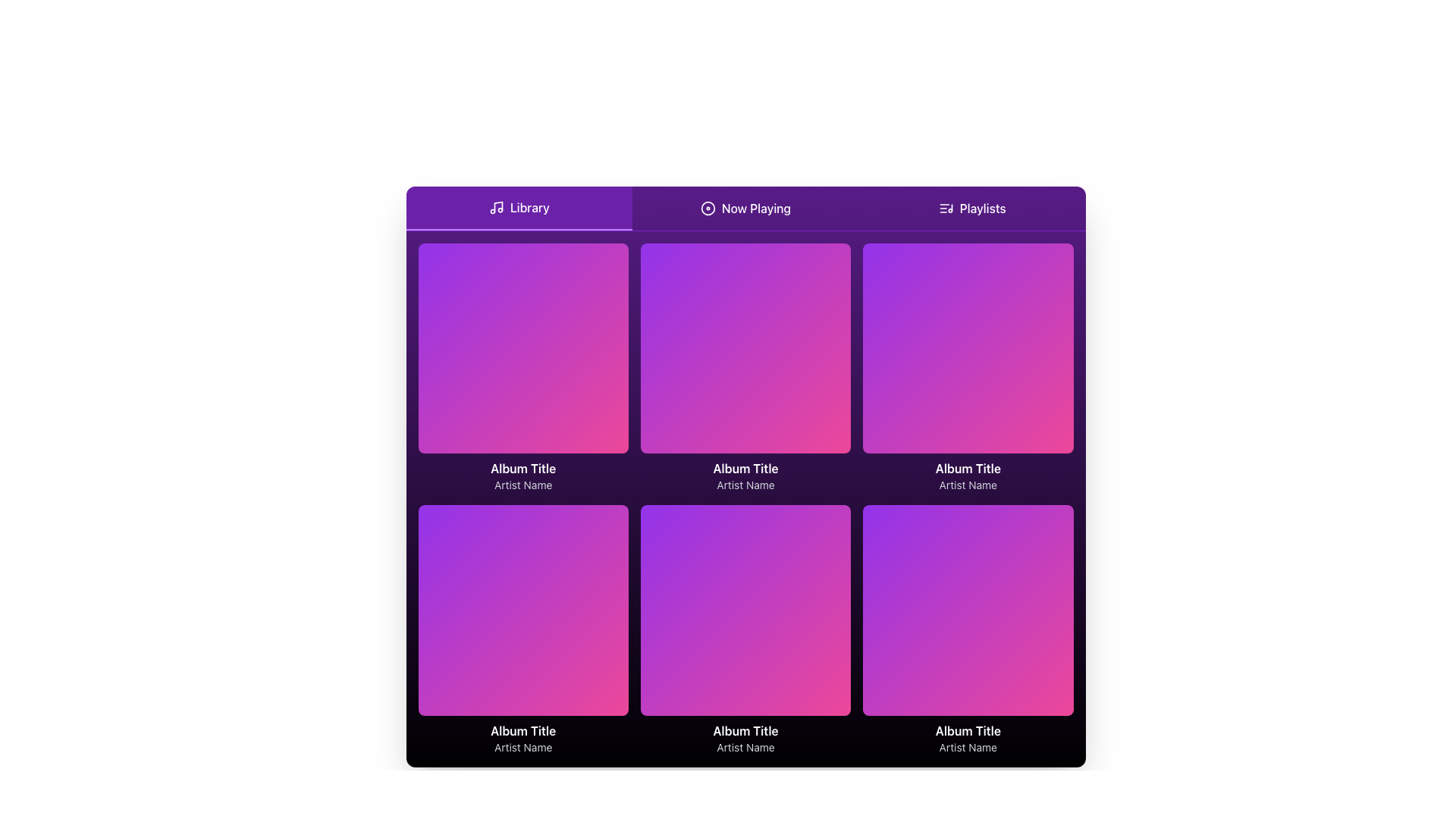 The height and width of the screenshot is (819, 1456). I want to click on the album card with a gradient background transitioning from purple to pink, featuring the title 'Album Title' and subtitle 'Artist Name', so click(523, 630).